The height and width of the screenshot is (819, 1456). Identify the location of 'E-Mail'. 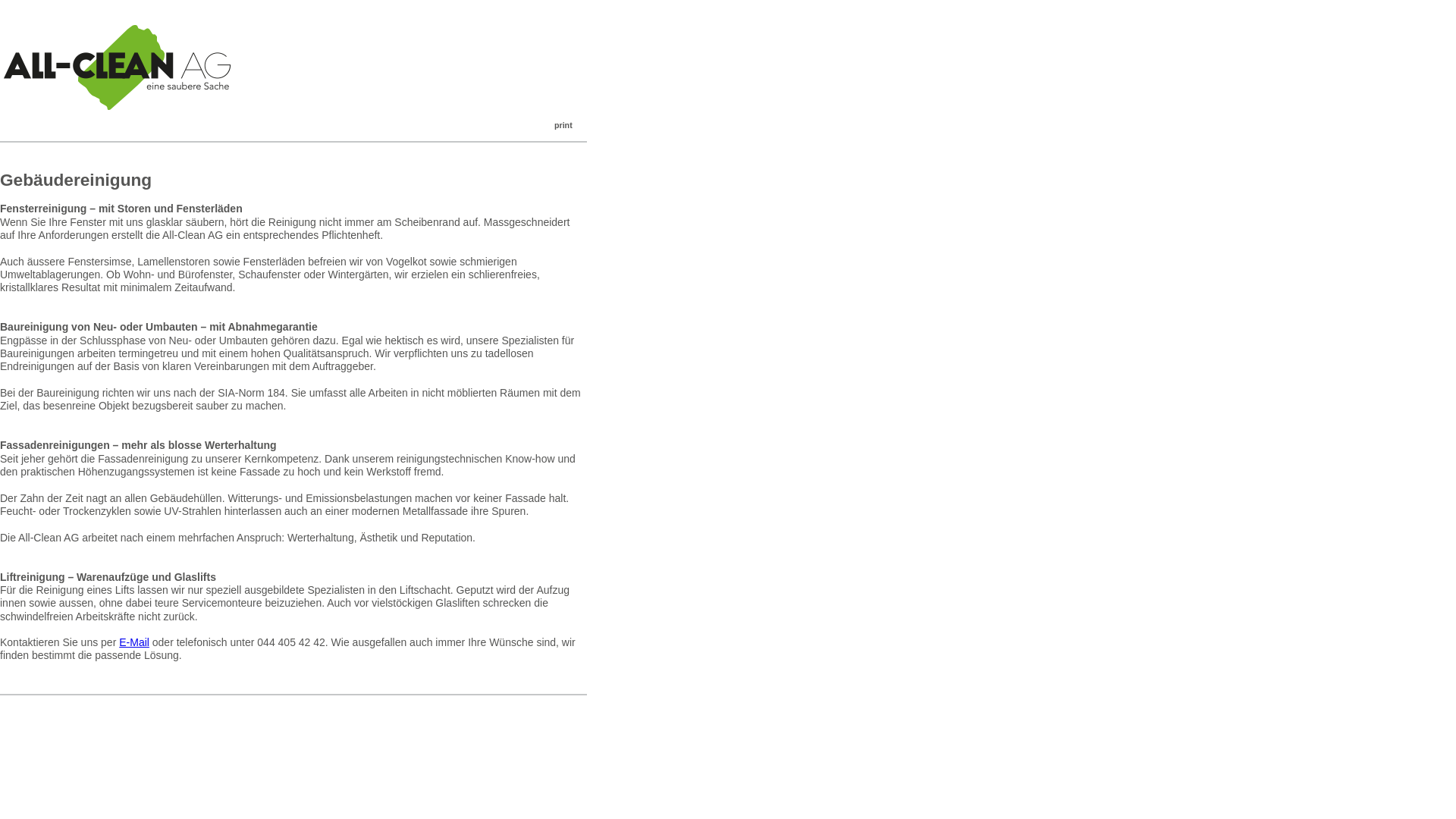
(134, 642).